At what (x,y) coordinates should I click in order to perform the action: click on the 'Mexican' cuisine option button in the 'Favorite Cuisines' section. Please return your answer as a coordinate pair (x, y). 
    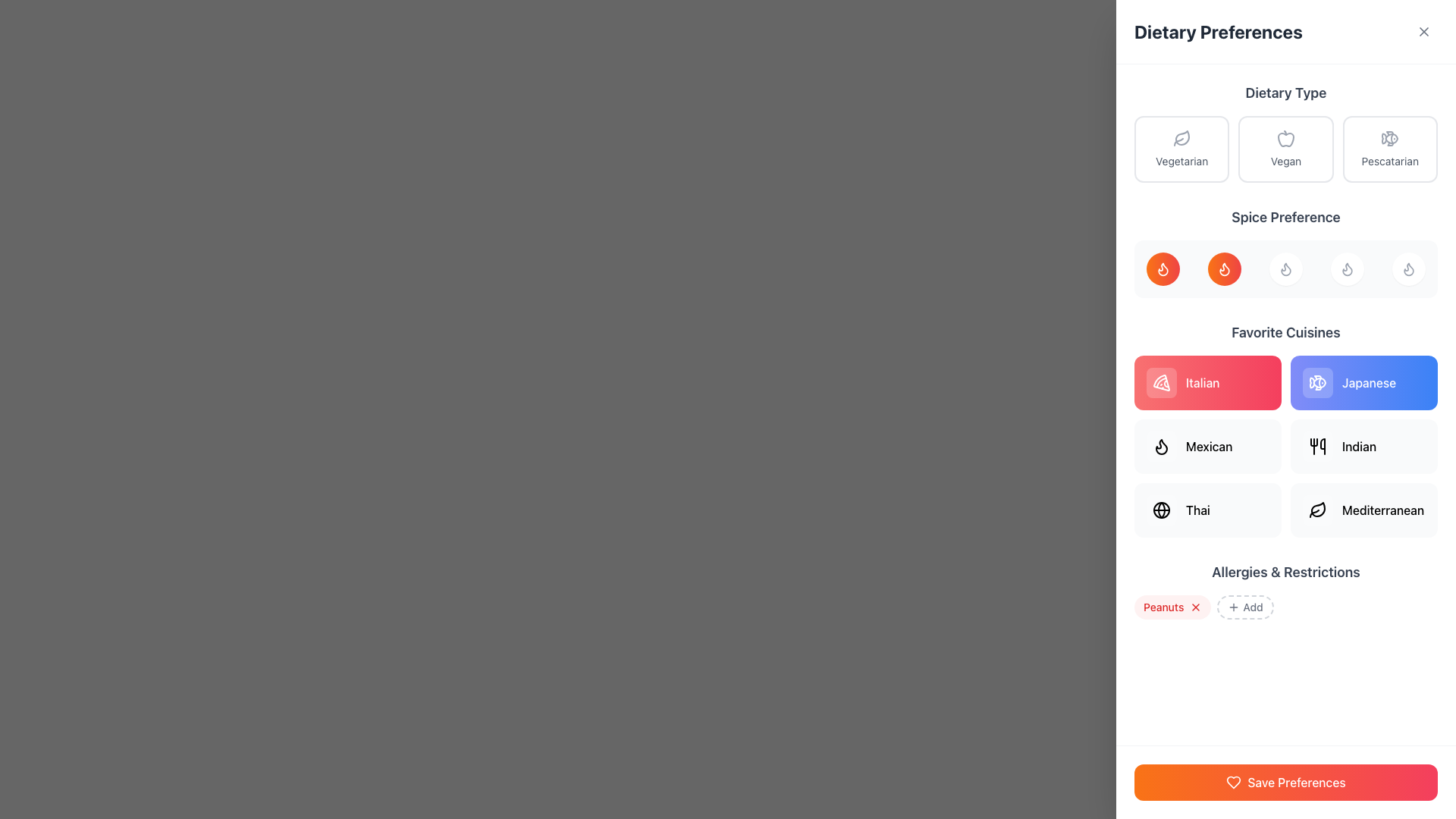
    Looking at the image, I should click on (1207, 446).